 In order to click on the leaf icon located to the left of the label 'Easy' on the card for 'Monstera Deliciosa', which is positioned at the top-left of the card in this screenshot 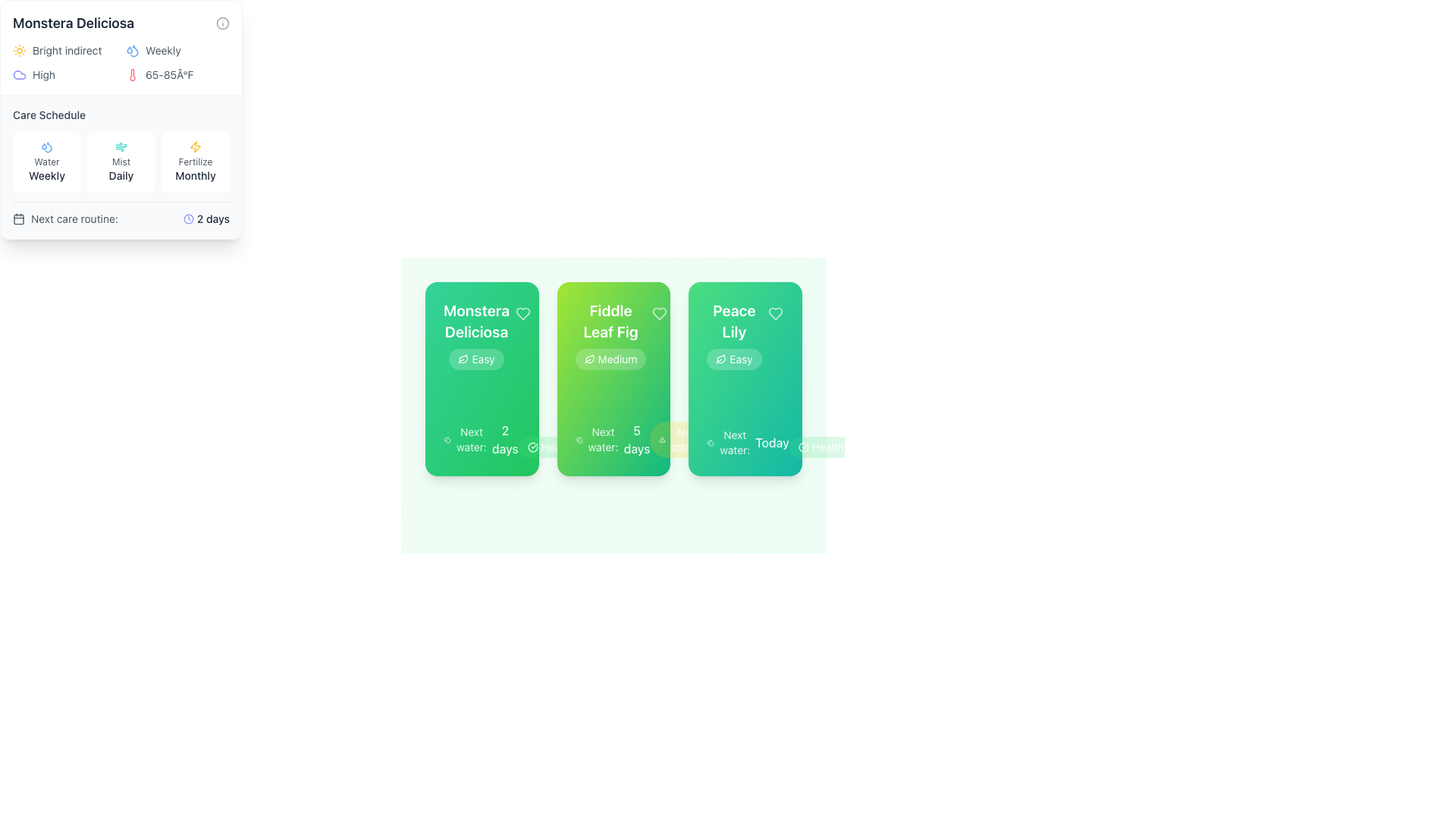, I will do `click(463, 359)`.